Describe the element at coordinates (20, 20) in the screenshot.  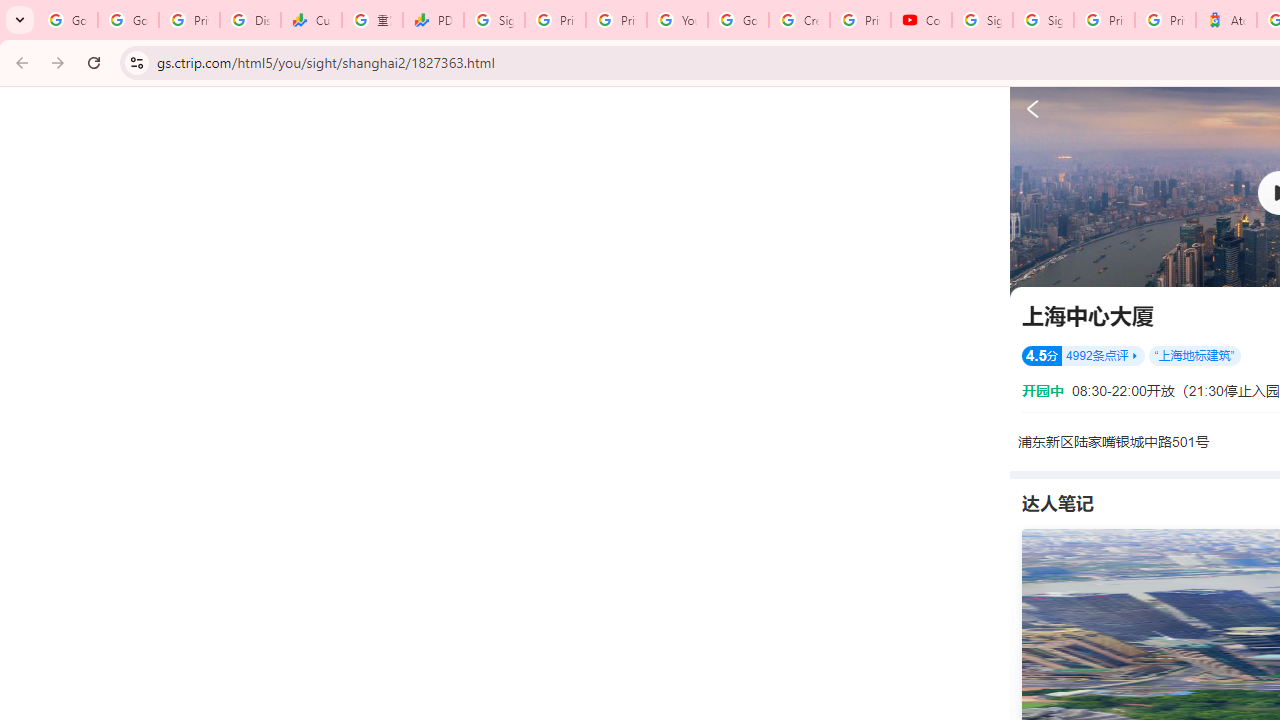
I see `'Search tabs'` at that location.